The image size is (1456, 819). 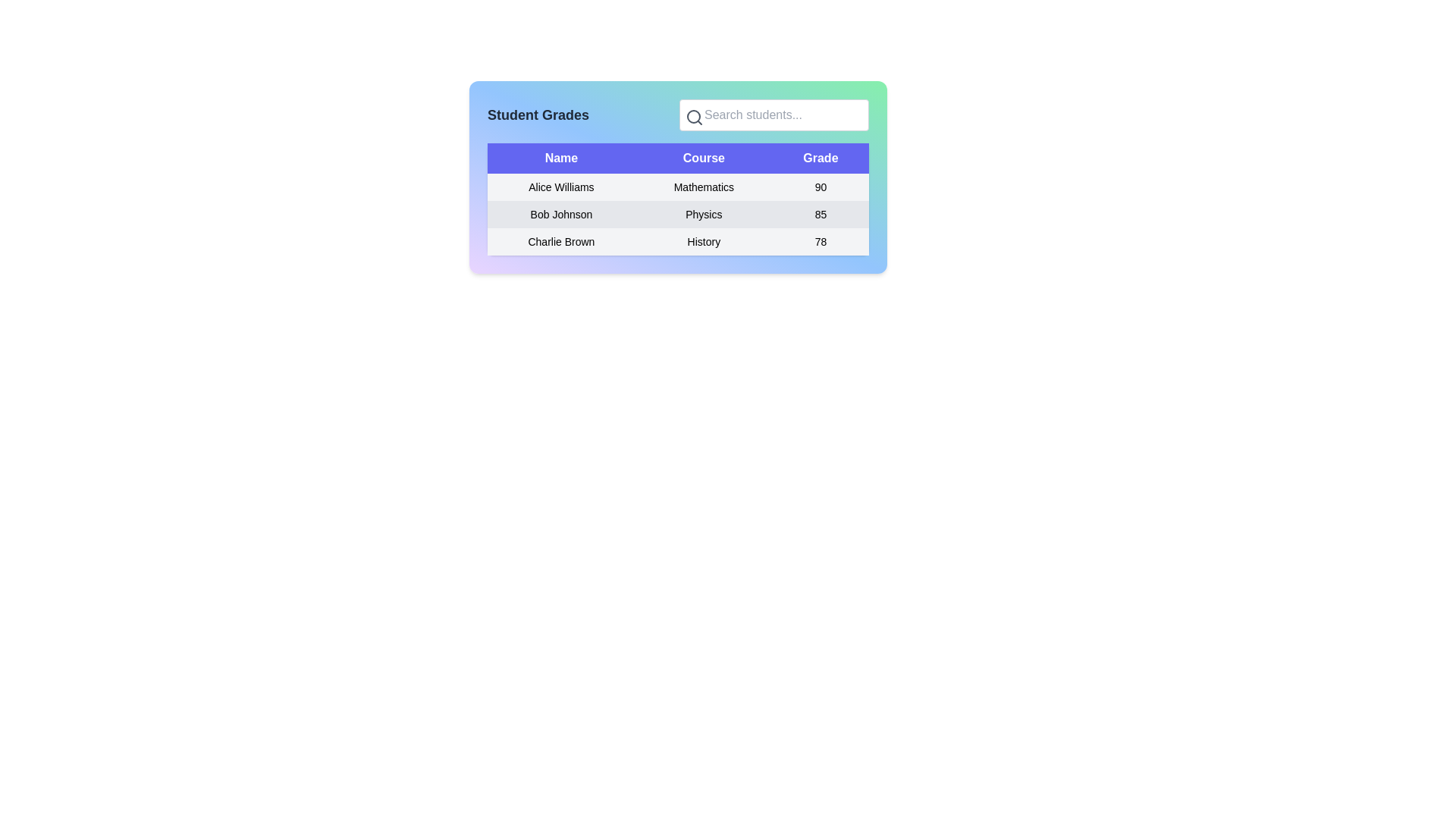 I want to click on the 'History' text label in the Course column under the Charlie Brown row, so click(x=702, y=241).